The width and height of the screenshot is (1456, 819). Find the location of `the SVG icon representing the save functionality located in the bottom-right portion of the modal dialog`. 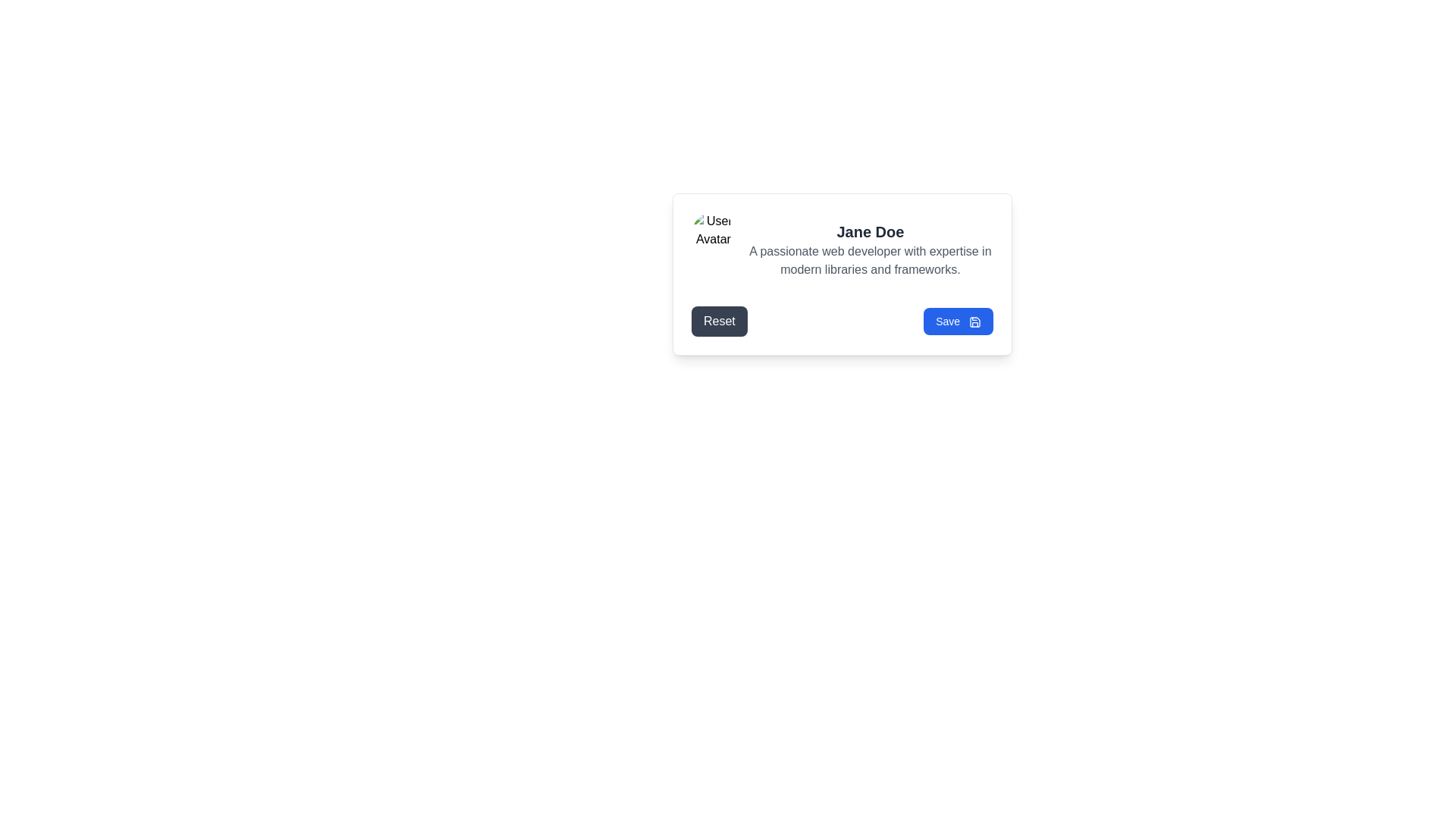

the SVG icon representing the save functionality located in the bottom-right portion of the modal dialog is located at coordinates (975, 321).